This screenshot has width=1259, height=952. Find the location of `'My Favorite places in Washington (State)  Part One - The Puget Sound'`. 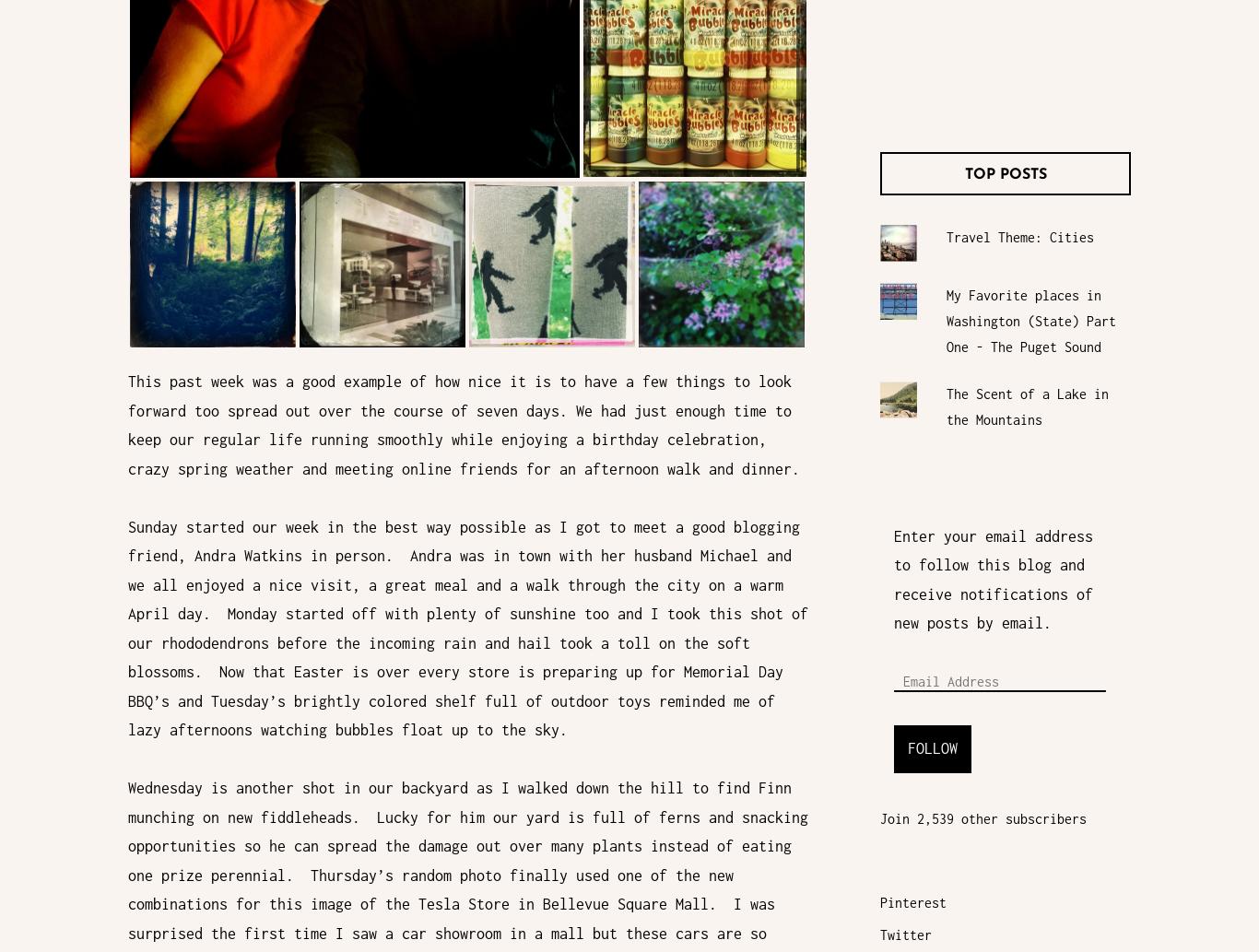

'My Favorite places in Washington (State)  Part One - The Puget Sound' is located at coordinates (1030, 320).